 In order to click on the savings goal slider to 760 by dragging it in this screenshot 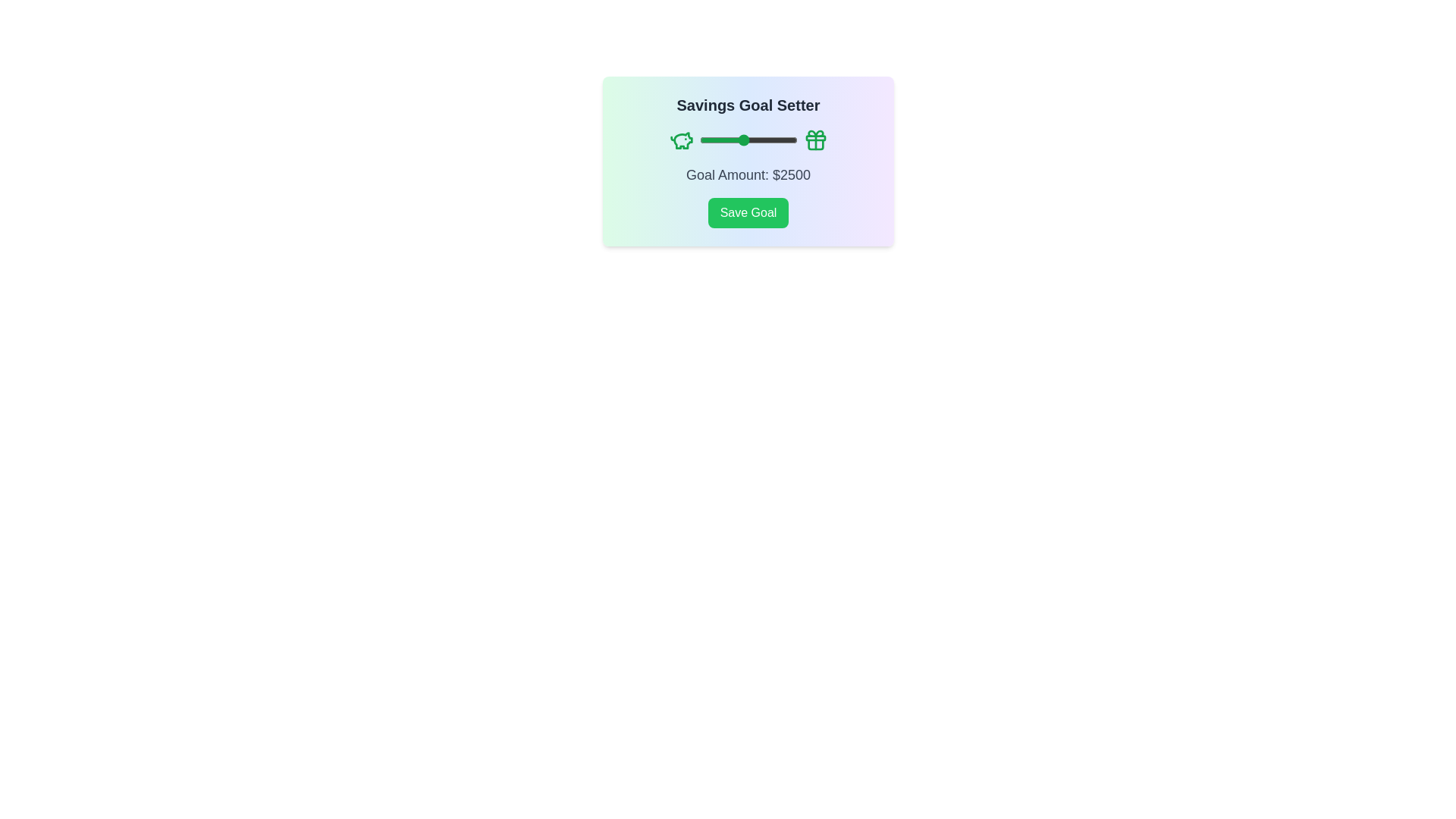, I will do `click(704, 140)`.